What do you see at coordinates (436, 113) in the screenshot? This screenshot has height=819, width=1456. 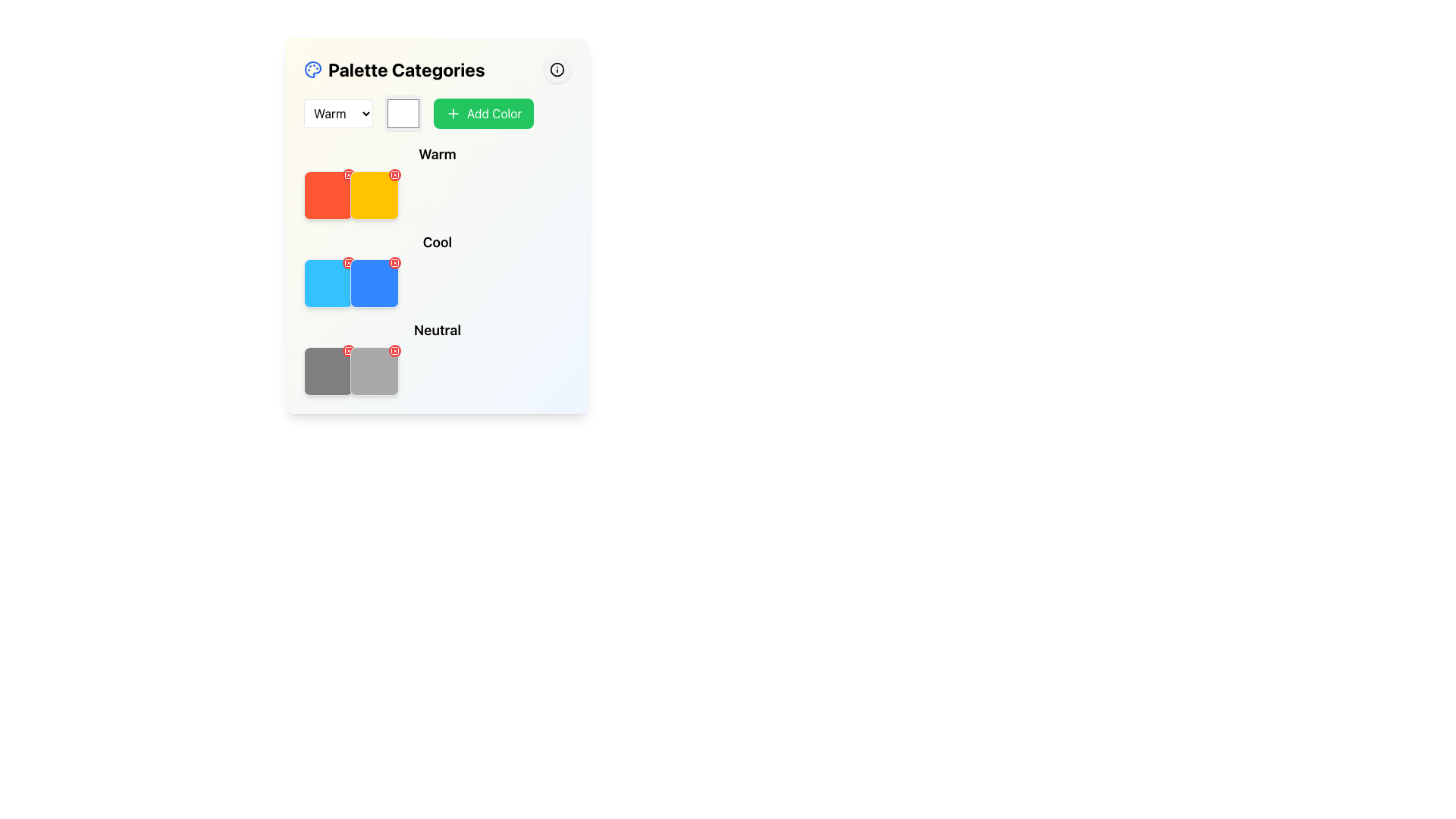 I see `the green button located at the top right of the palette interface, which allows users to add a new color to the selected category` at bounding box center [436, 113].